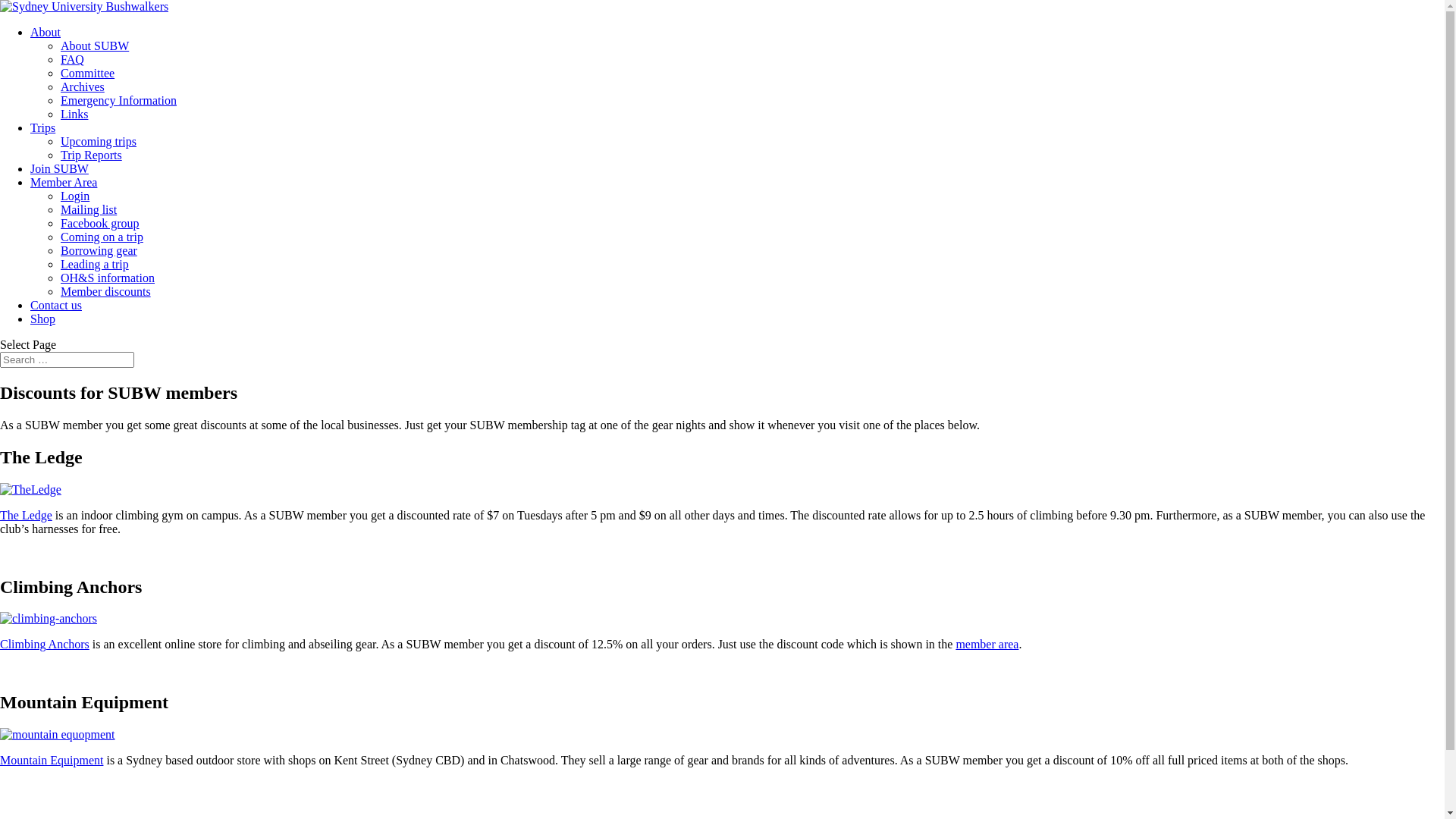 The width and height of the screenshot is (1456, 819). Describe the element at coordinates (90, 155) in the screenshot. I see `'Trip Reports'` at that location.